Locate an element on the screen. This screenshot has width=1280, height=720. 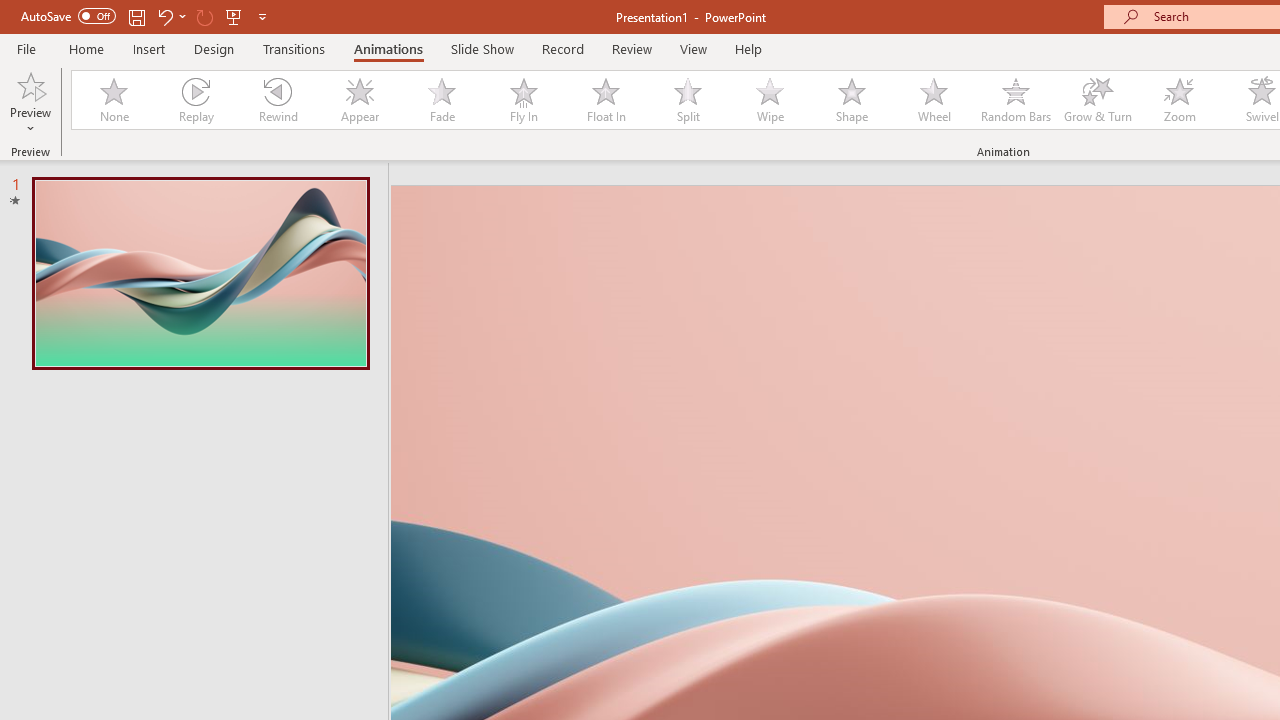
'Preview' is located at coordinates (30, 84).